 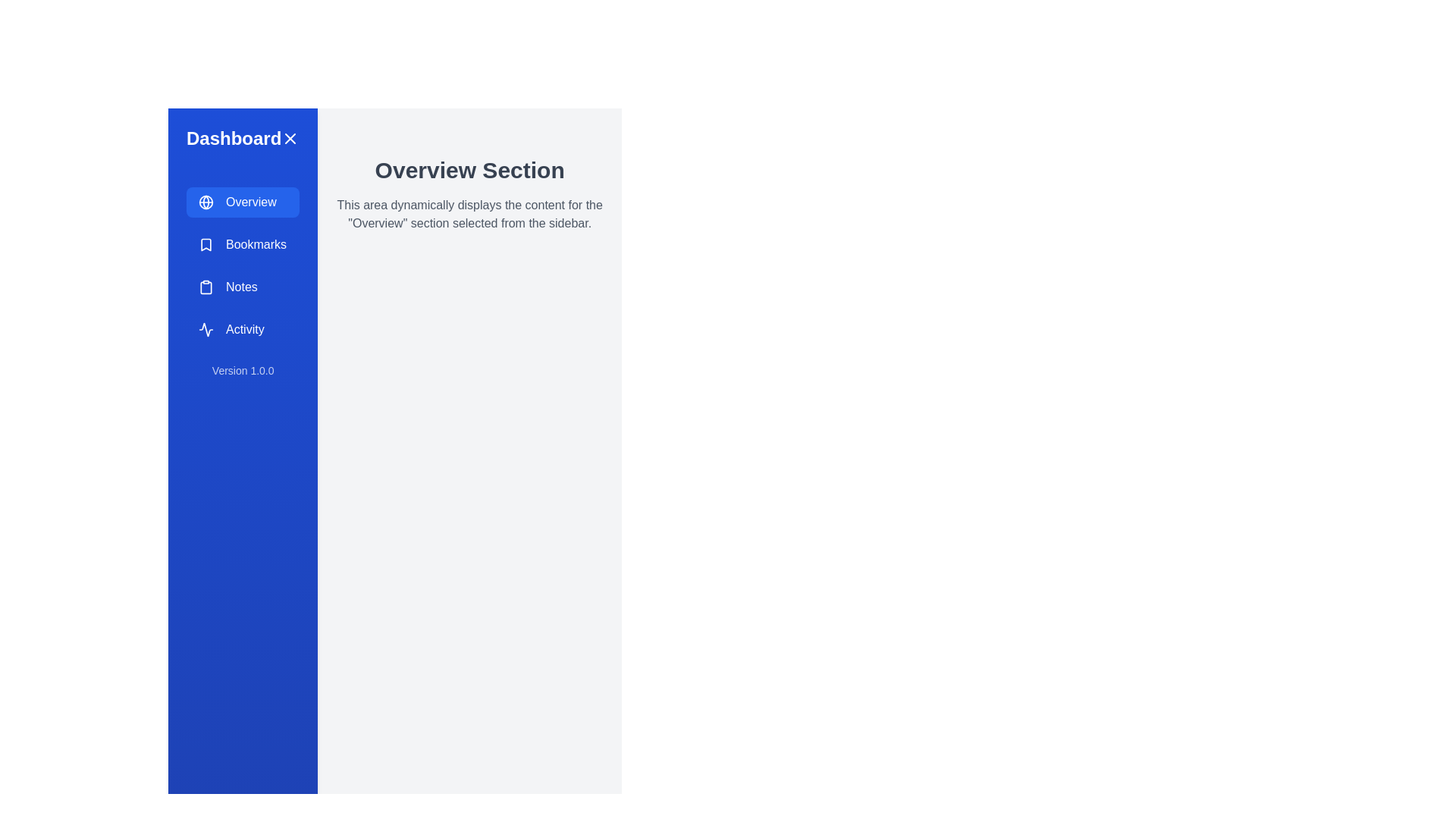 I want to click on the sidebar navigation option Bookmarks, so click(x=243, y=244).